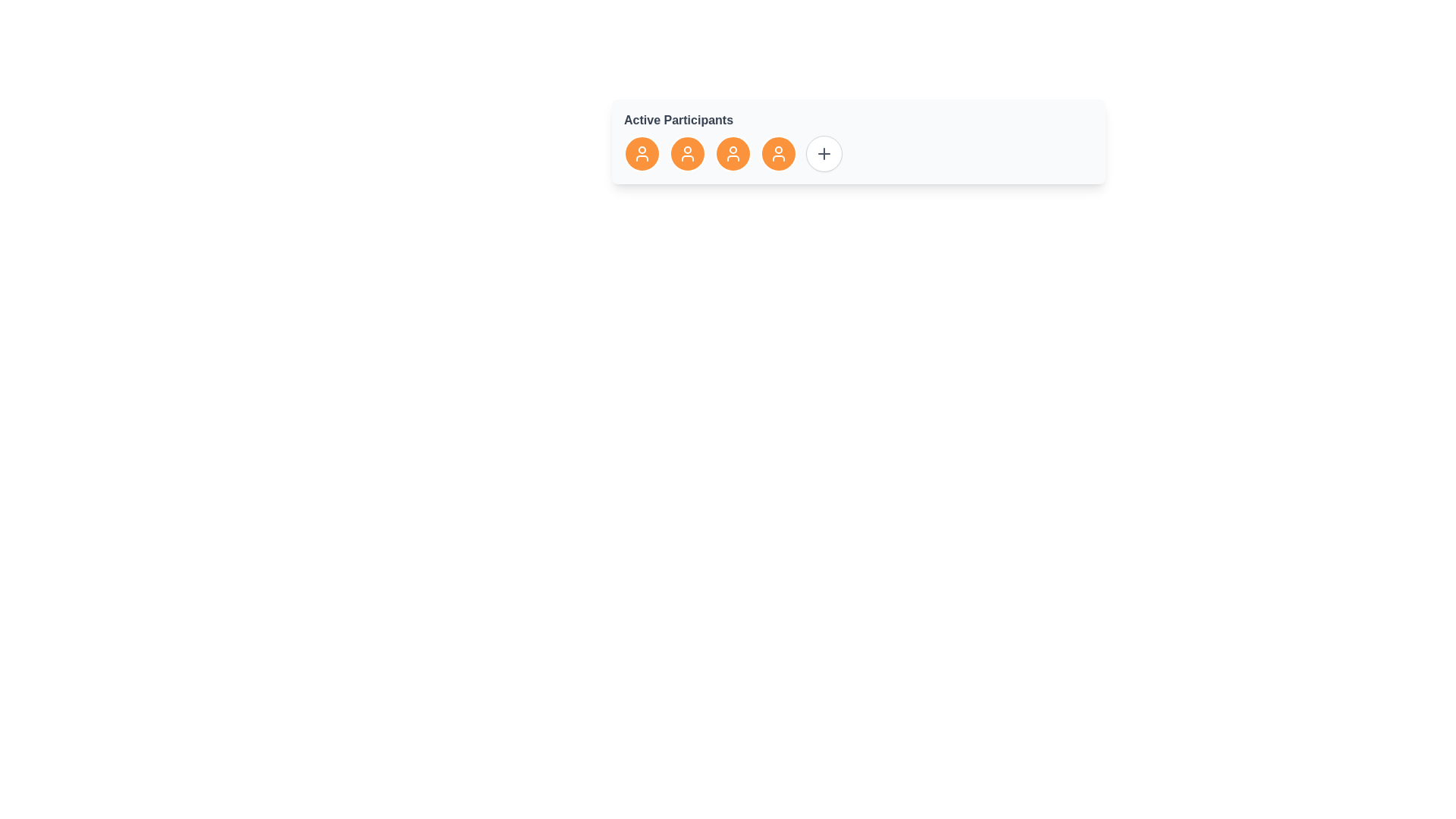 The width and height of the screenshot is (1456, 819). I want to click on the first circular orange user icon with a white silhouette and border in the 'Active Participants' section located at the top-center area, so click(642, 154).